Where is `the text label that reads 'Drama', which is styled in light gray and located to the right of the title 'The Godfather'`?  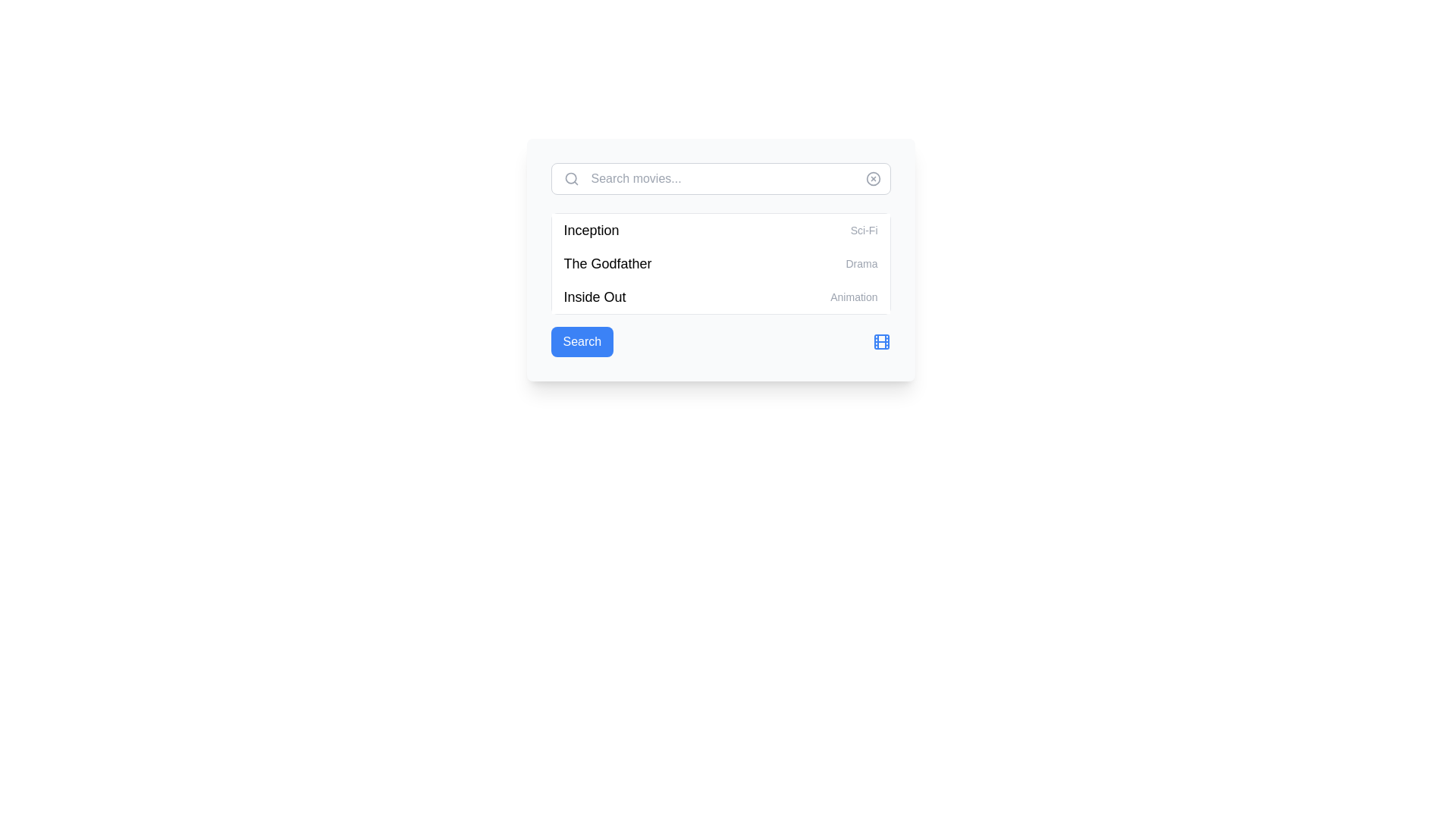 the text label that reads 'Drama', which is styled in light gray and located to the right of the title 'The Godfather' is located at coordinates (861, 262).